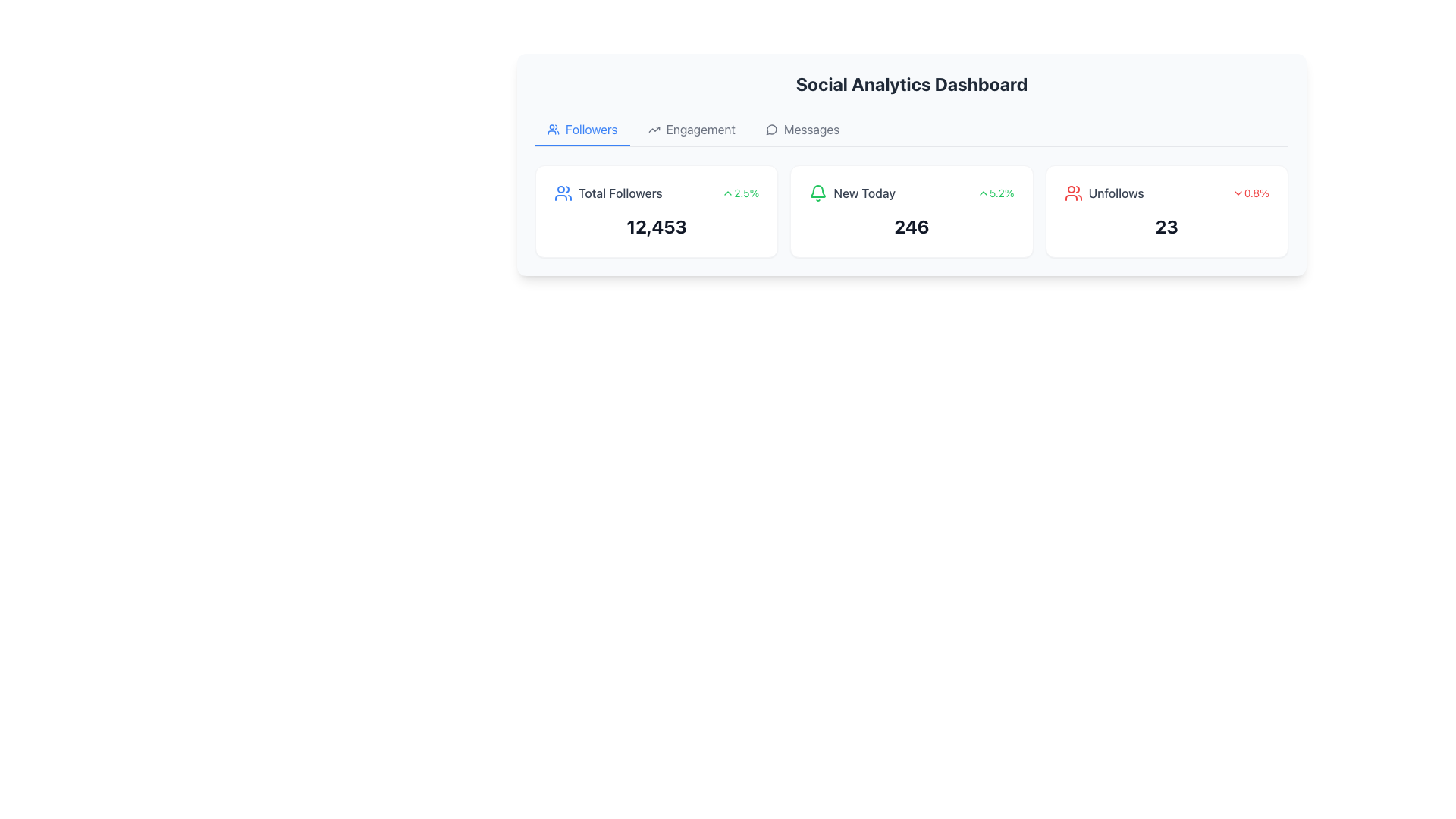 This screenshot has height=819, width=1456. I want to click on the Text Label that describes the count of unfollows, which is positioned to the left of the number 23, so click(1116, 192).